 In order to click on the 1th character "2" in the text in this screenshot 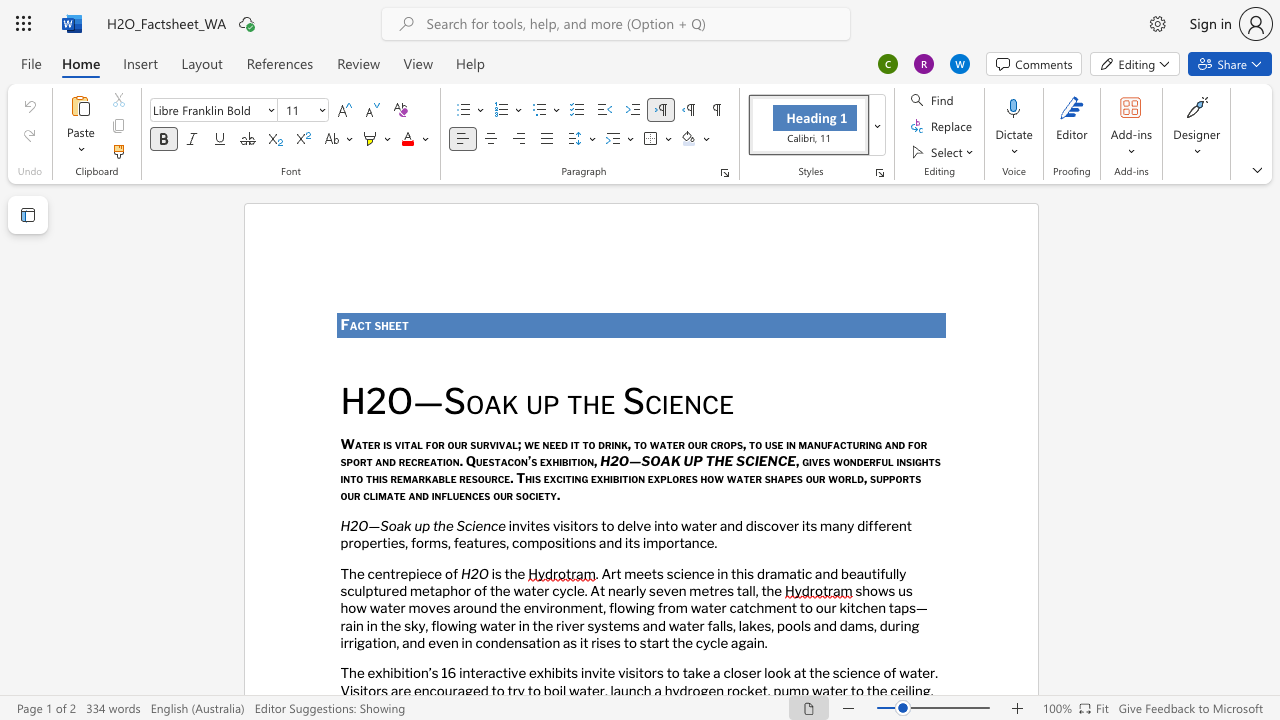, I will do `click(354, 524)`.